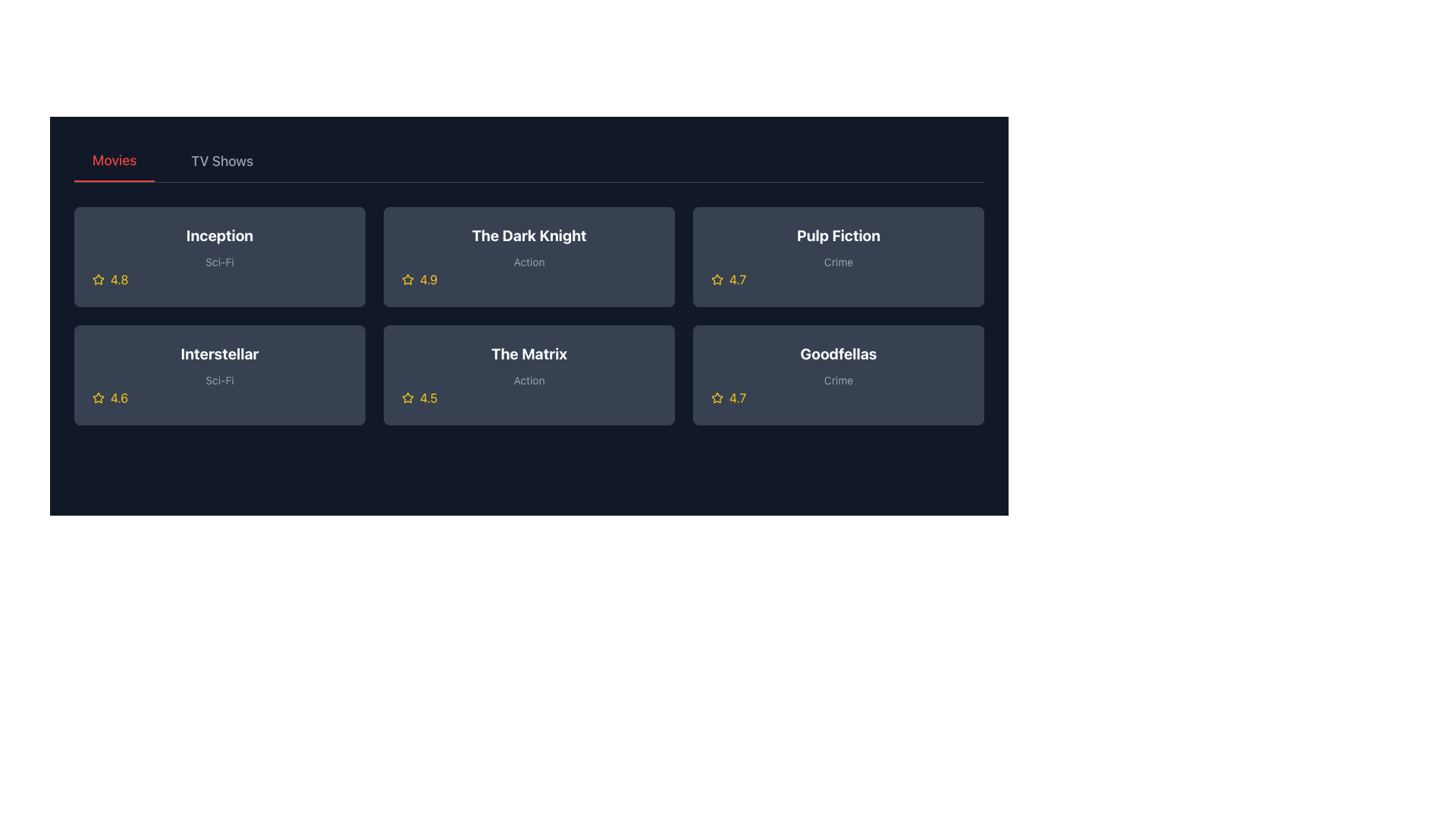  What do you see at coordinates (407, 397) in the screenshot?
I see `the star icon located in the bottom-left section of the card labeled 'The Matrix'` at bounding box center [407, 397].